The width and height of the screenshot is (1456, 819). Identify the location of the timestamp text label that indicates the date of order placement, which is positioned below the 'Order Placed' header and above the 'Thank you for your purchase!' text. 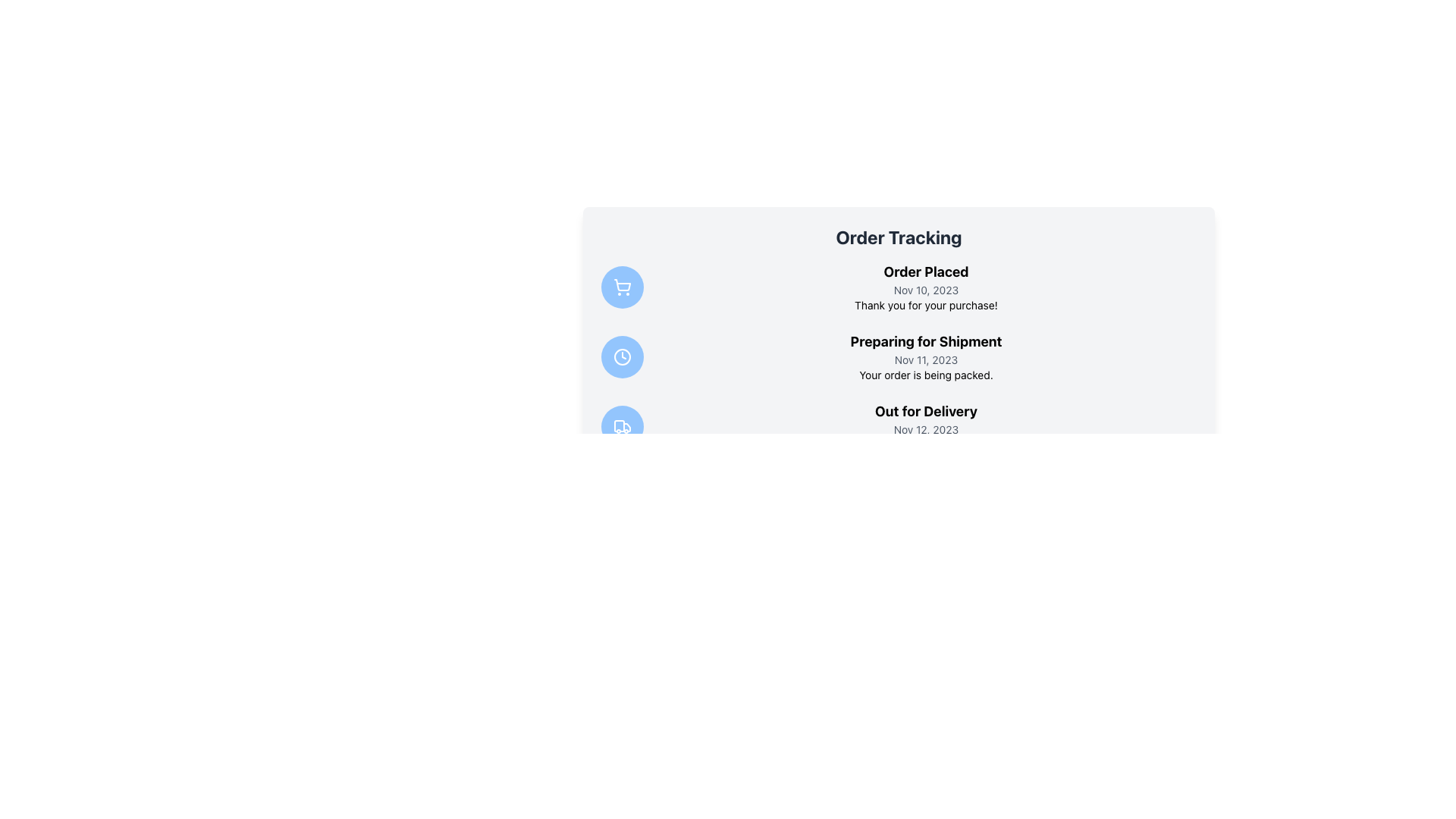
(925, 290).